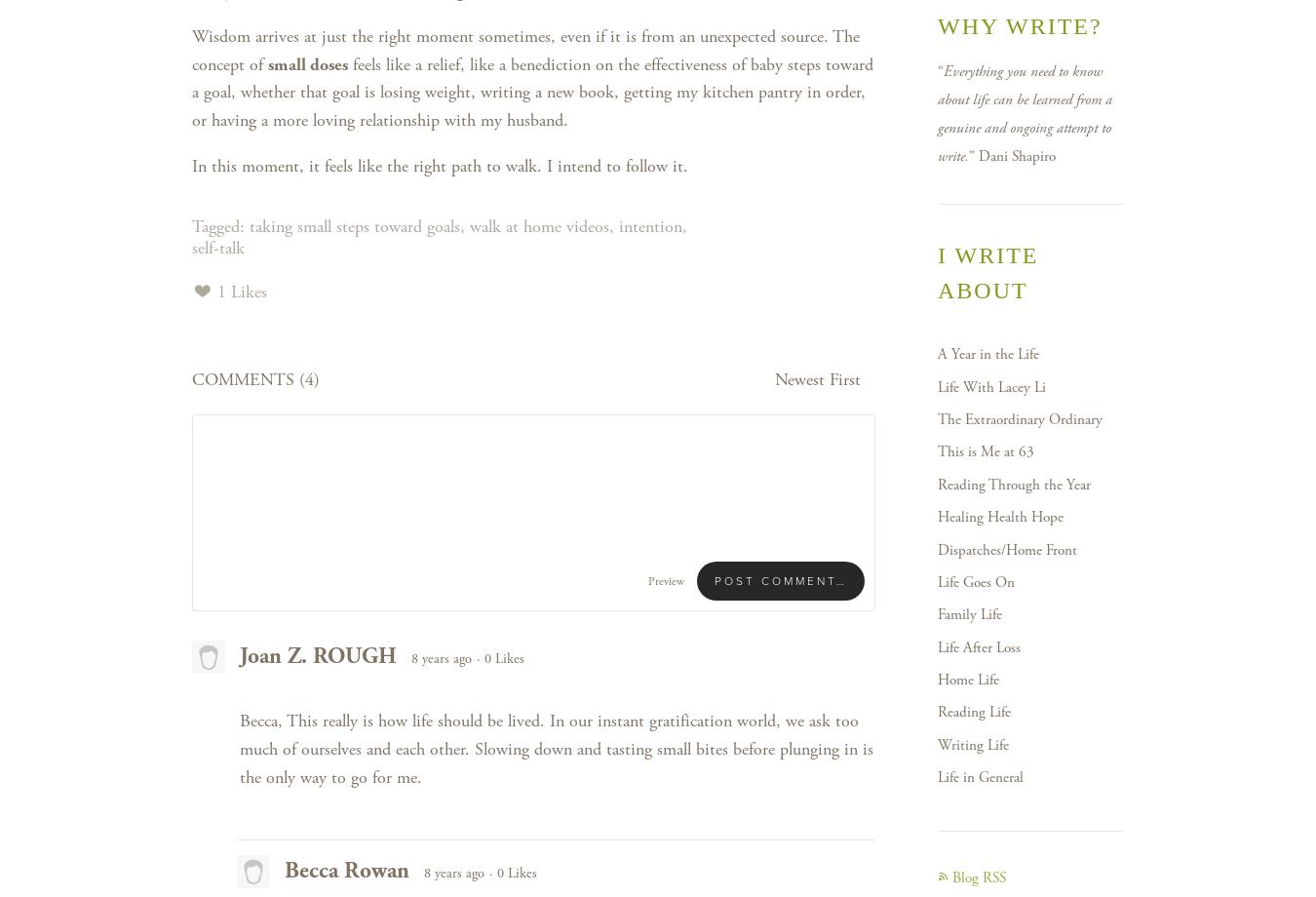 The height and width of the screenshot is (897, 1316). I want to click on 'Reading Through the Year', so click(1014, 484).